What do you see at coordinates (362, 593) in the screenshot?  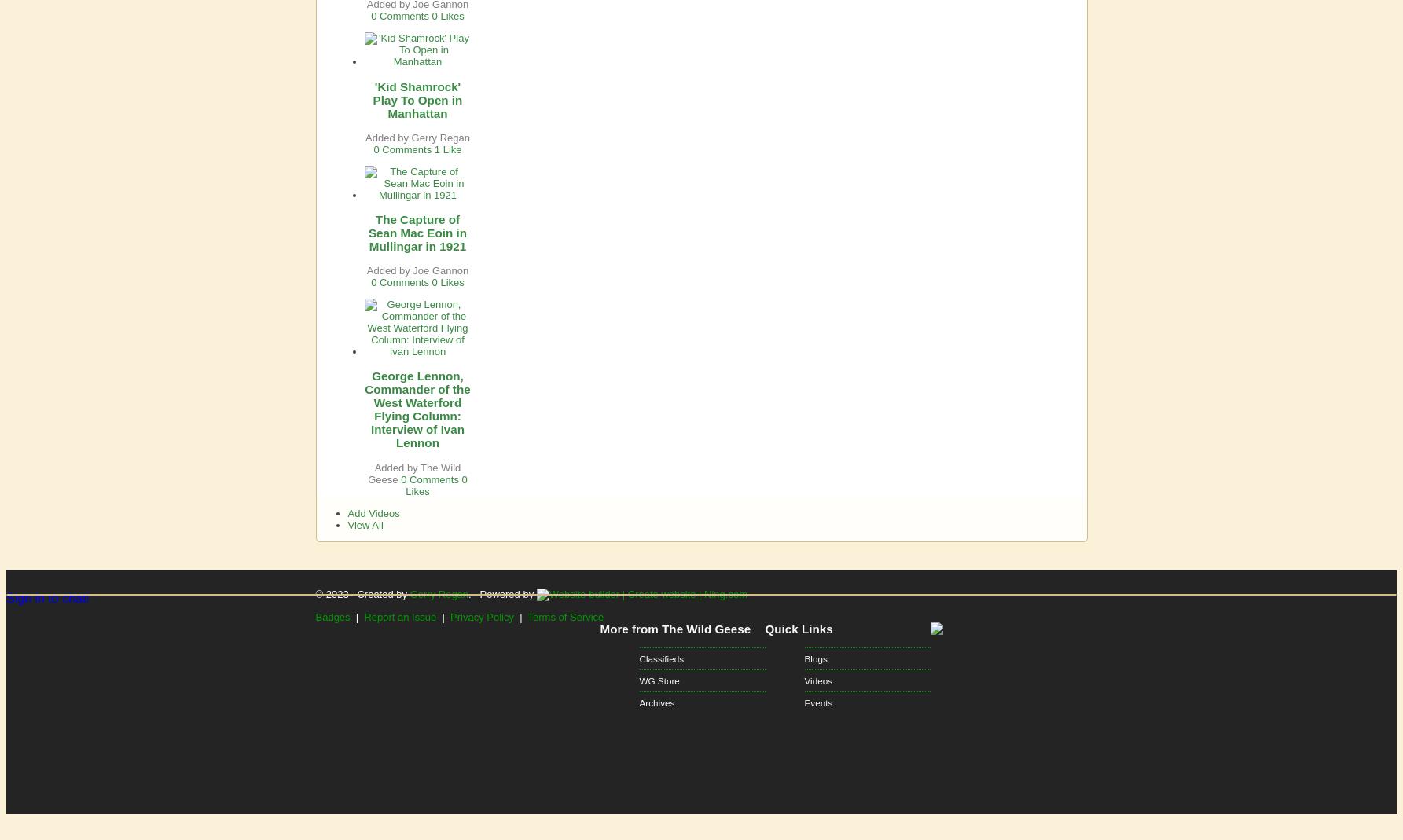 I see `'© 2023               Created by'` at bounding box center [362, 593].